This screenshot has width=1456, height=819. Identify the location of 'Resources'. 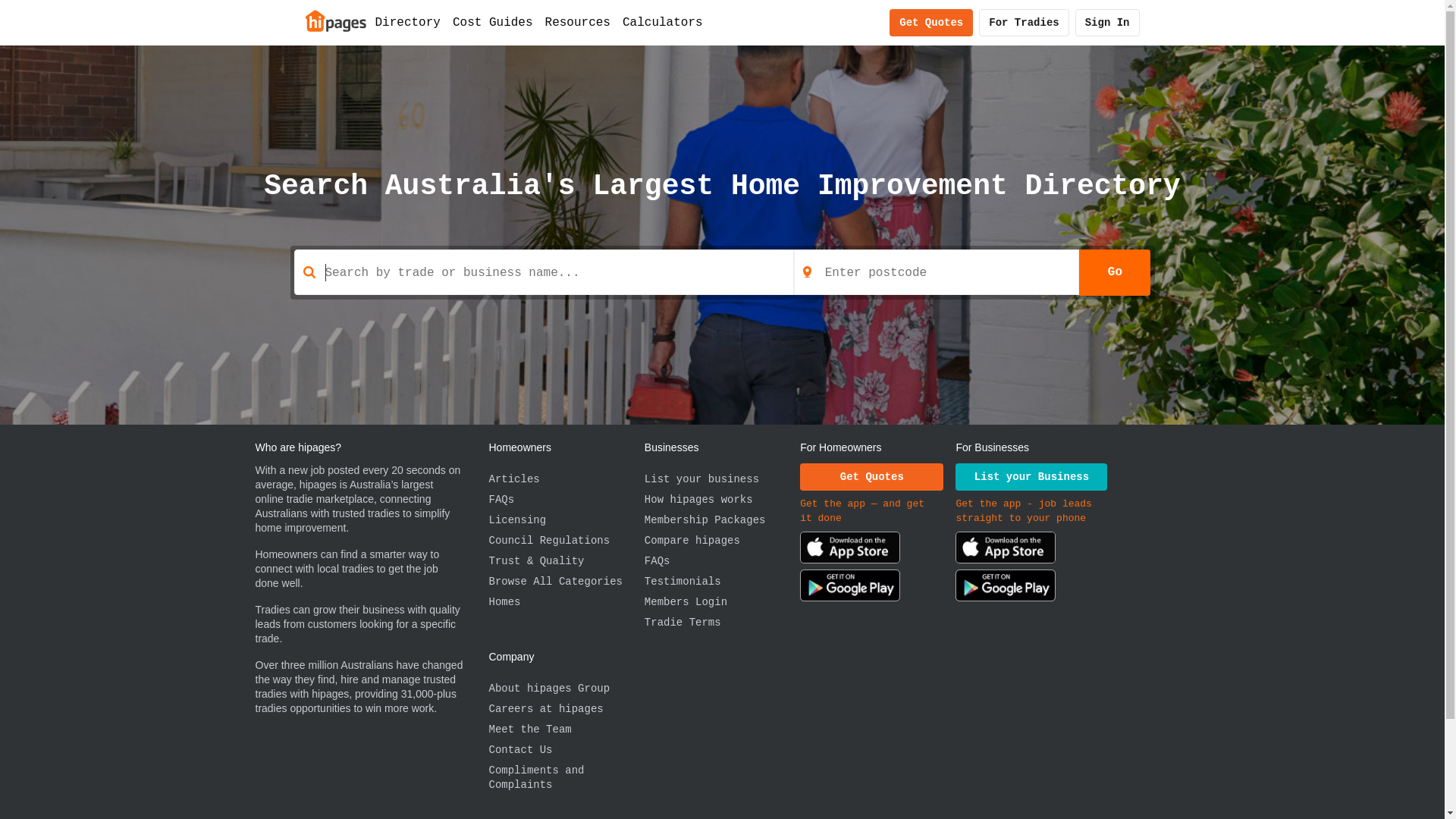
(577, 23).